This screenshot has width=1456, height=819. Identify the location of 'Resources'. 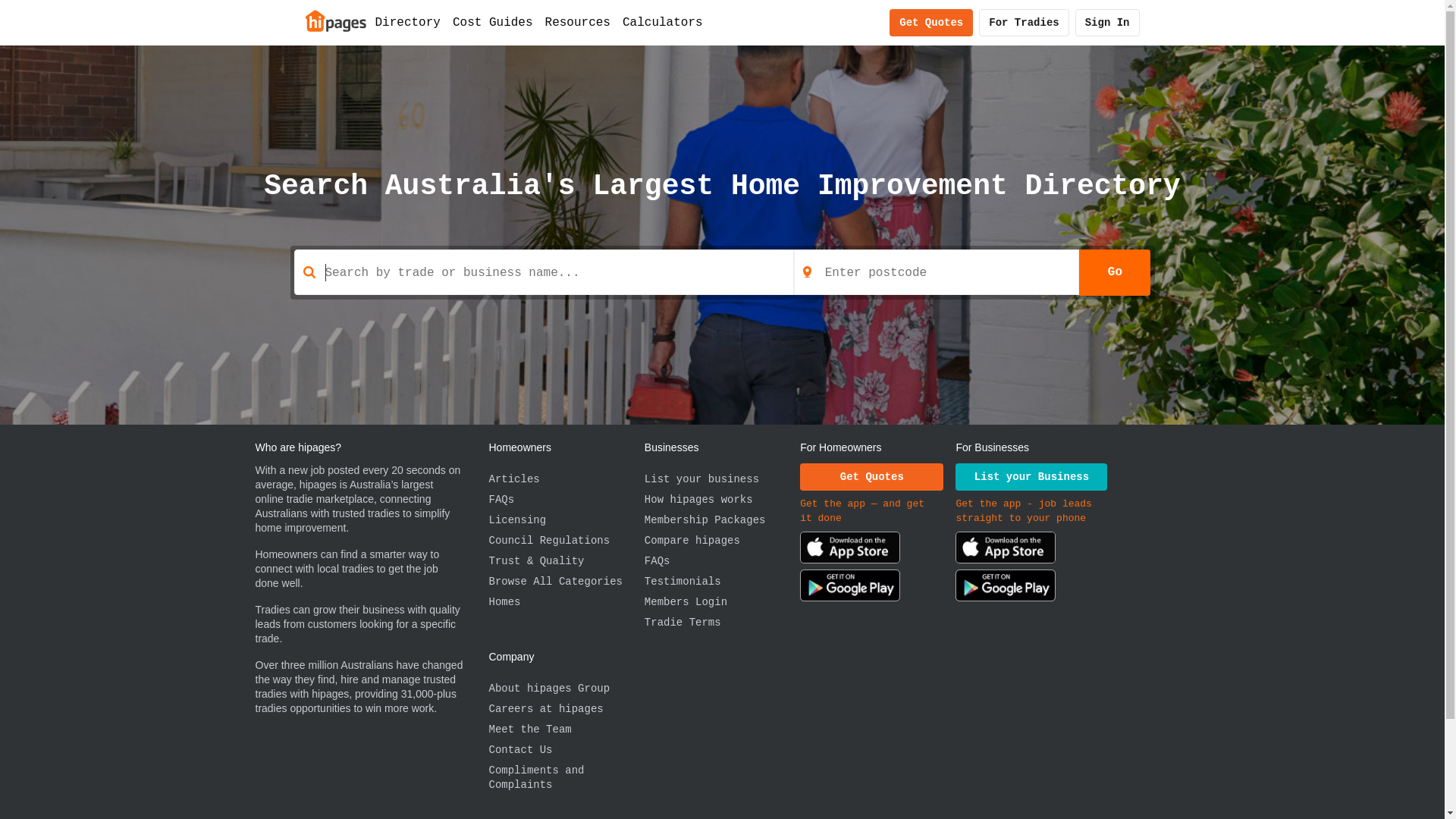
(577, 23).